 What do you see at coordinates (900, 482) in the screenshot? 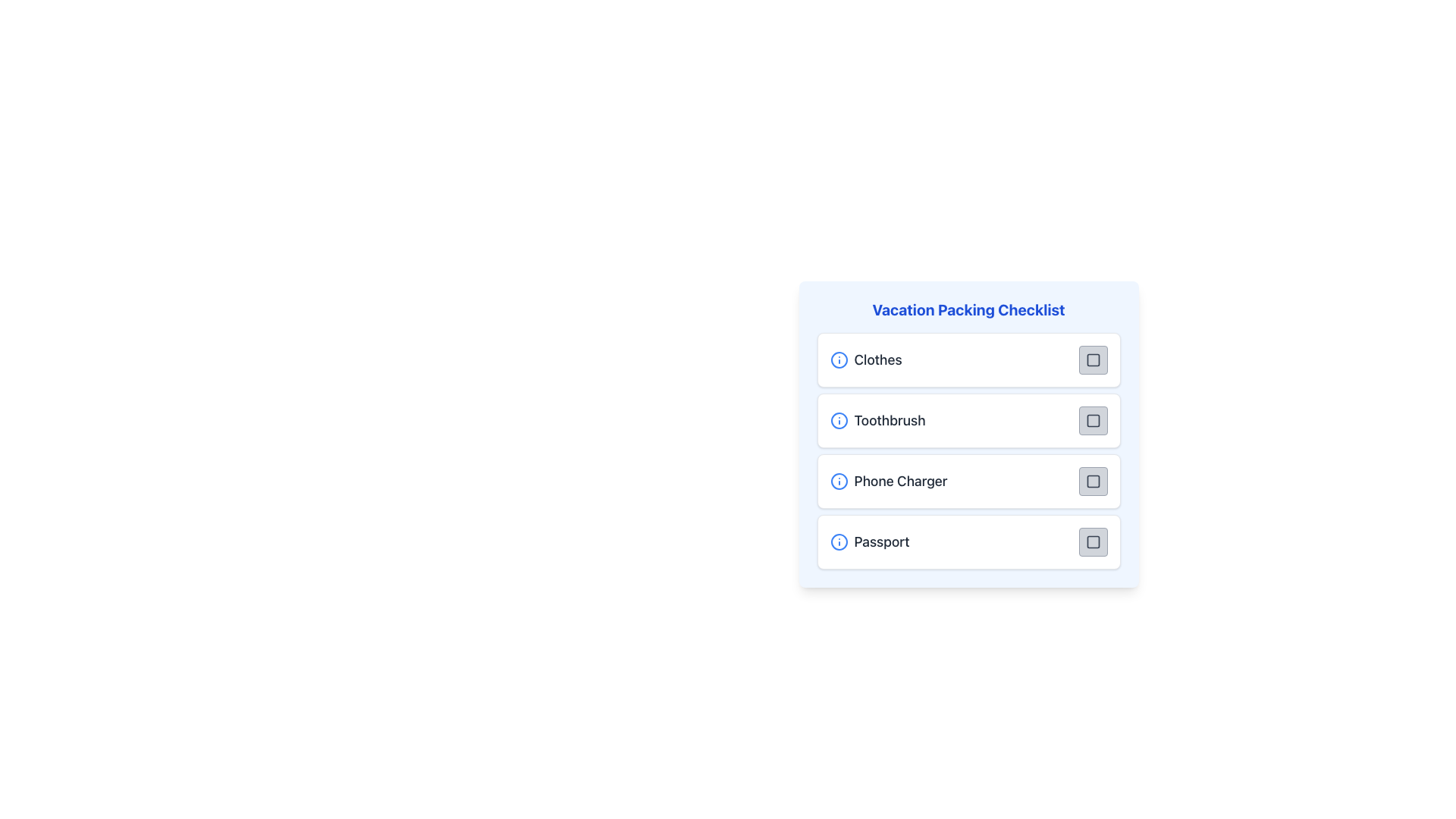
I see `the non-interactive text label that provides details about an item in the 'Vacation Packing Checklist', which is the third item in the list` at bounding box center [900, 482].